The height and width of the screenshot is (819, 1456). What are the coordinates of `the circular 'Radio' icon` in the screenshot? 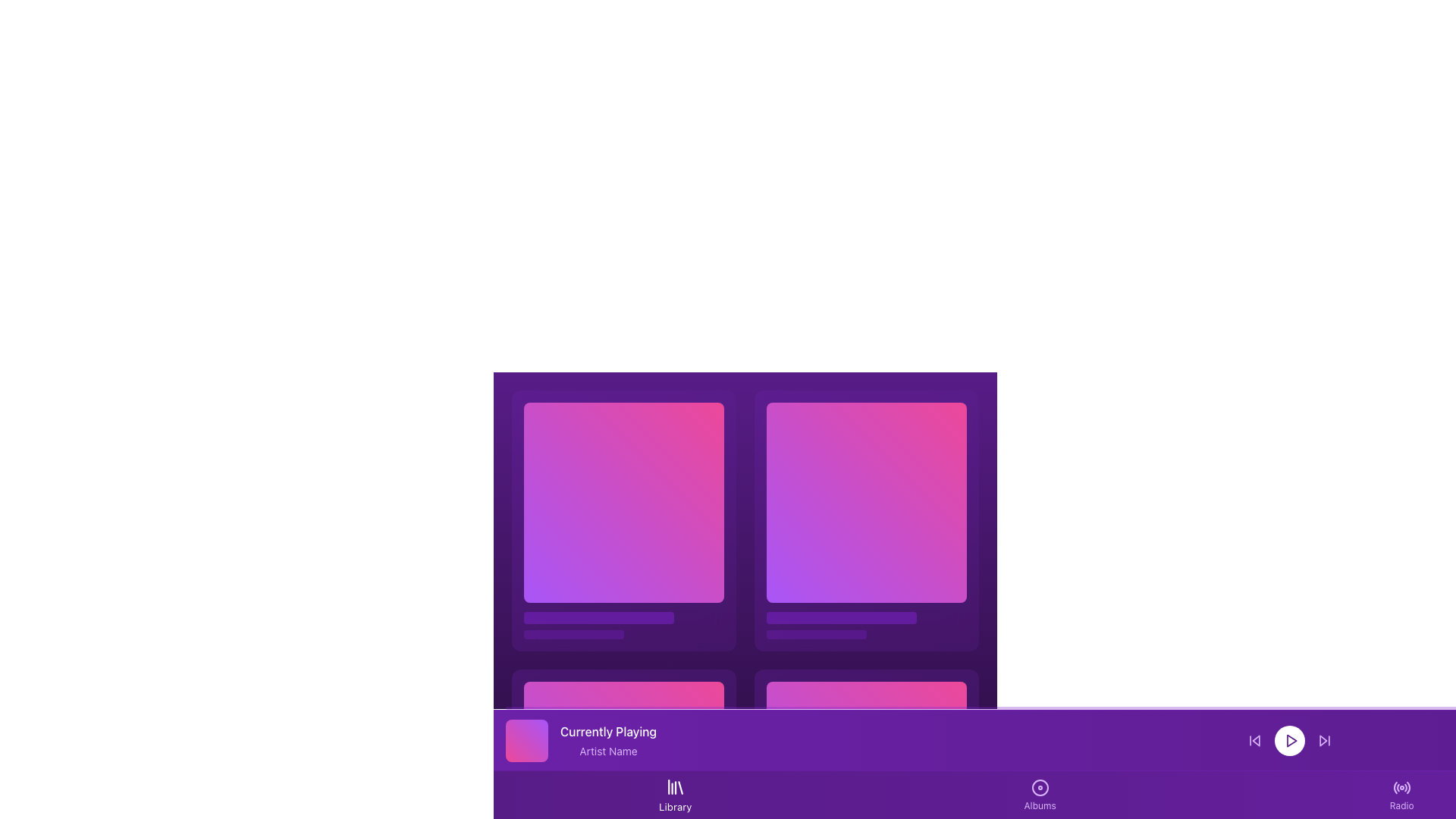 It's located at (1401, 786).